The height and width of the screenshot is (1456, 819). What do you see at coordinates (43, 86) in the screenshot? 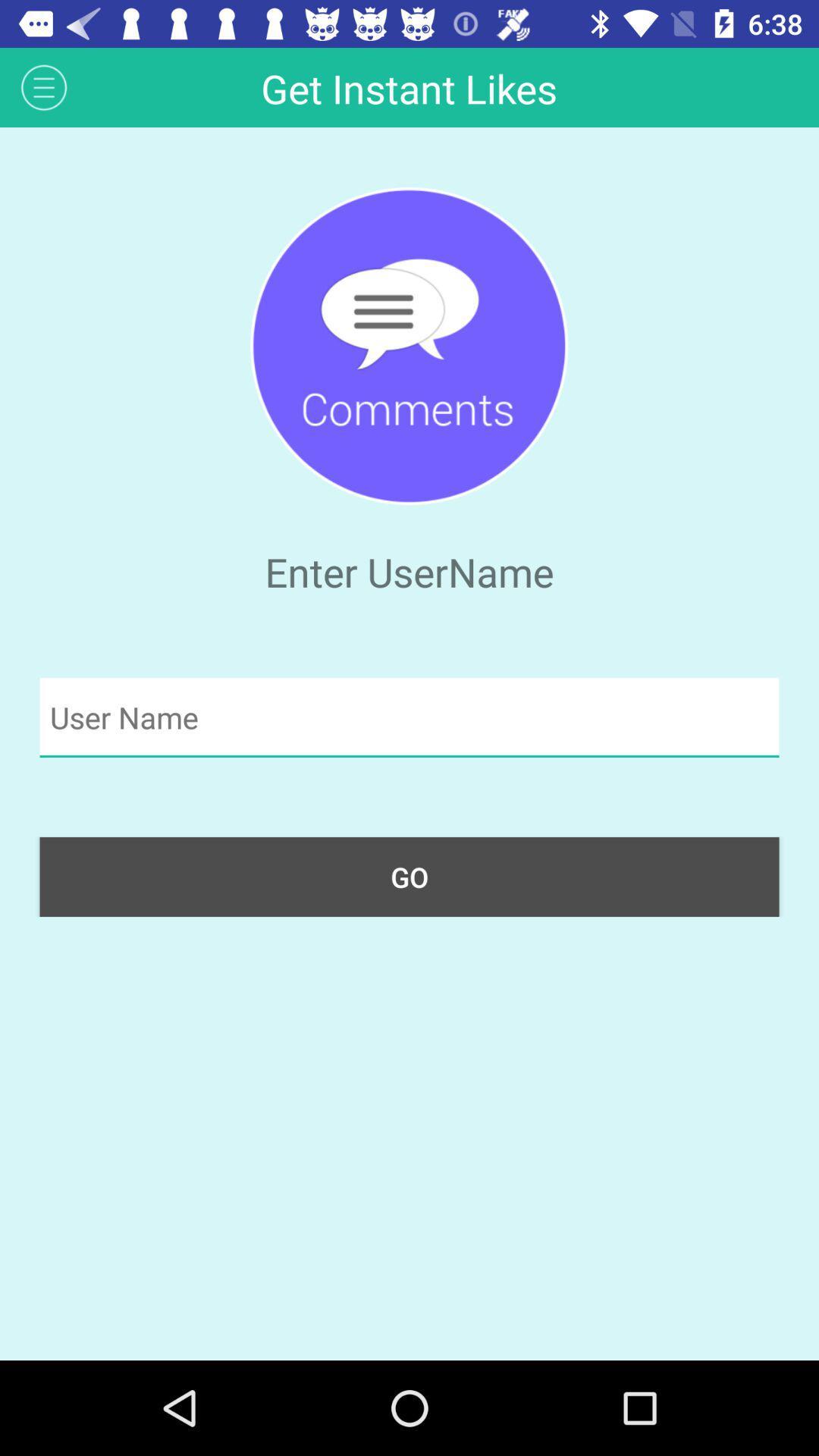
I see `the app to the left of the get instant likes item` at bounding box center [43, 86].